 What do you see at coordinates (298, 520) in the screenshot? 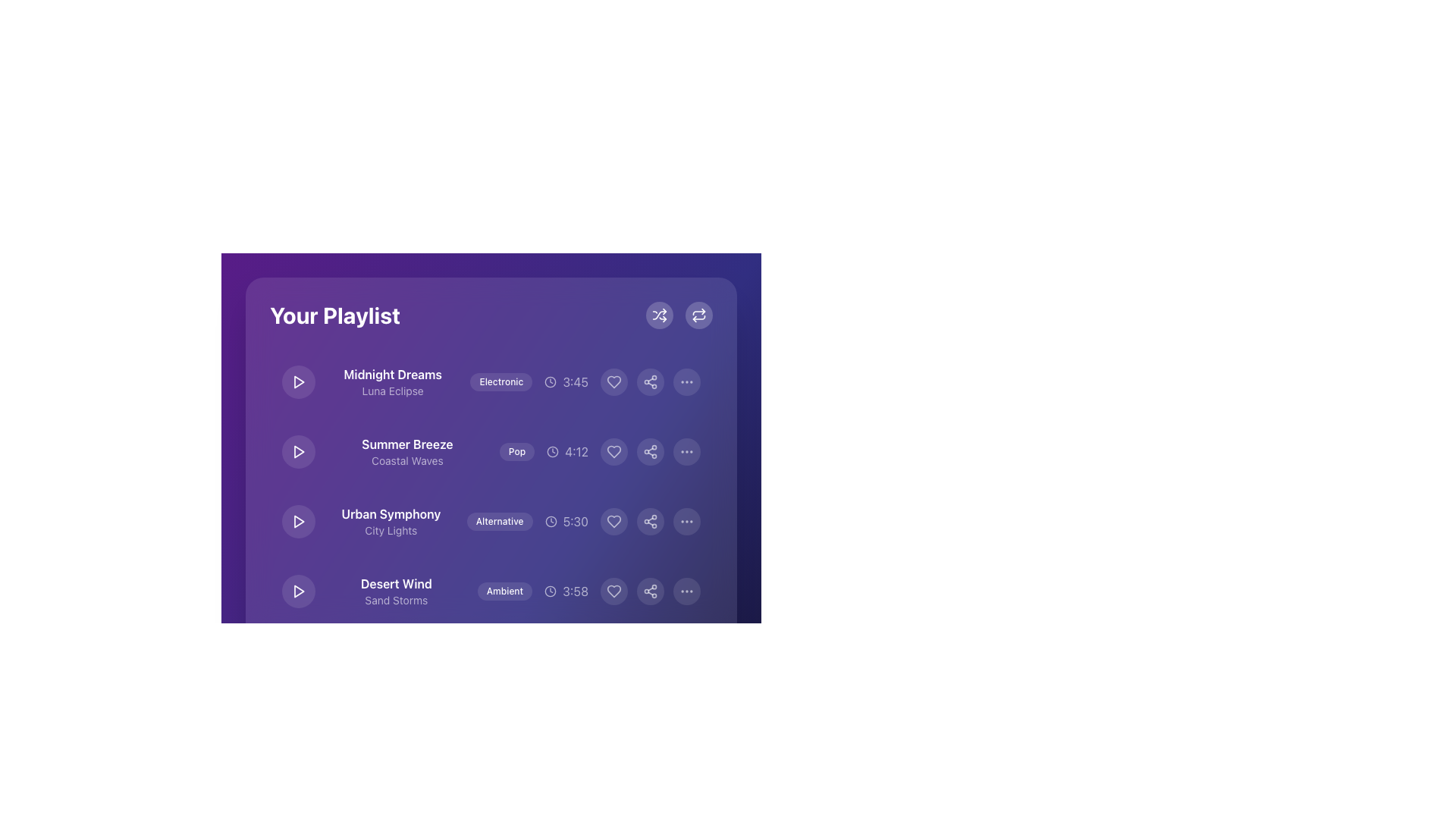
I see `the third triangular play button for the audio track 'Urban Symphony'` at bounding box center [298, 520].